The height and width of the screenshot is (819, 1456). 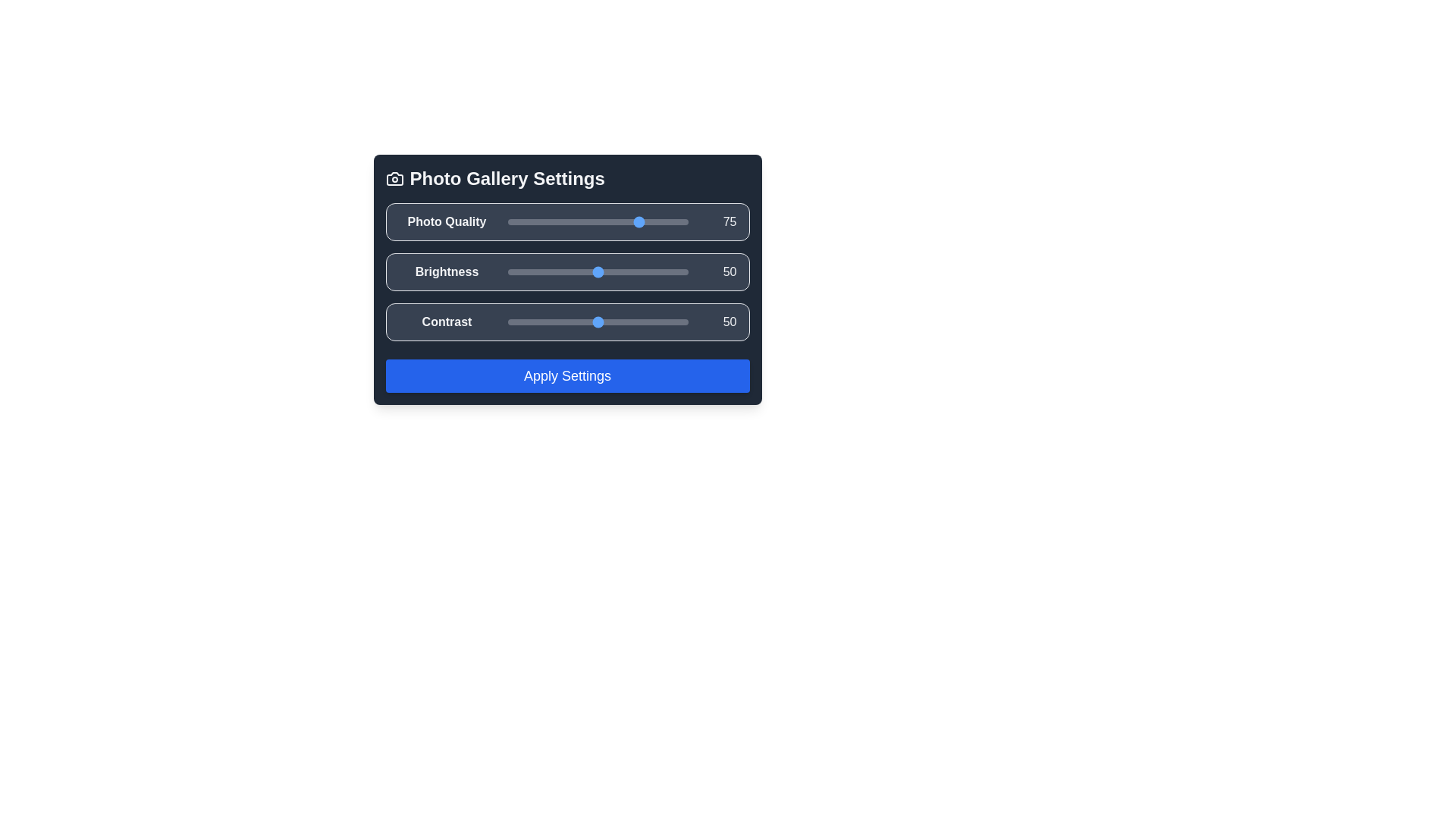 What do you see at coordinates (526, 321) in the screenshot?
I see `the contrast level` at bounding box center [526, 321].